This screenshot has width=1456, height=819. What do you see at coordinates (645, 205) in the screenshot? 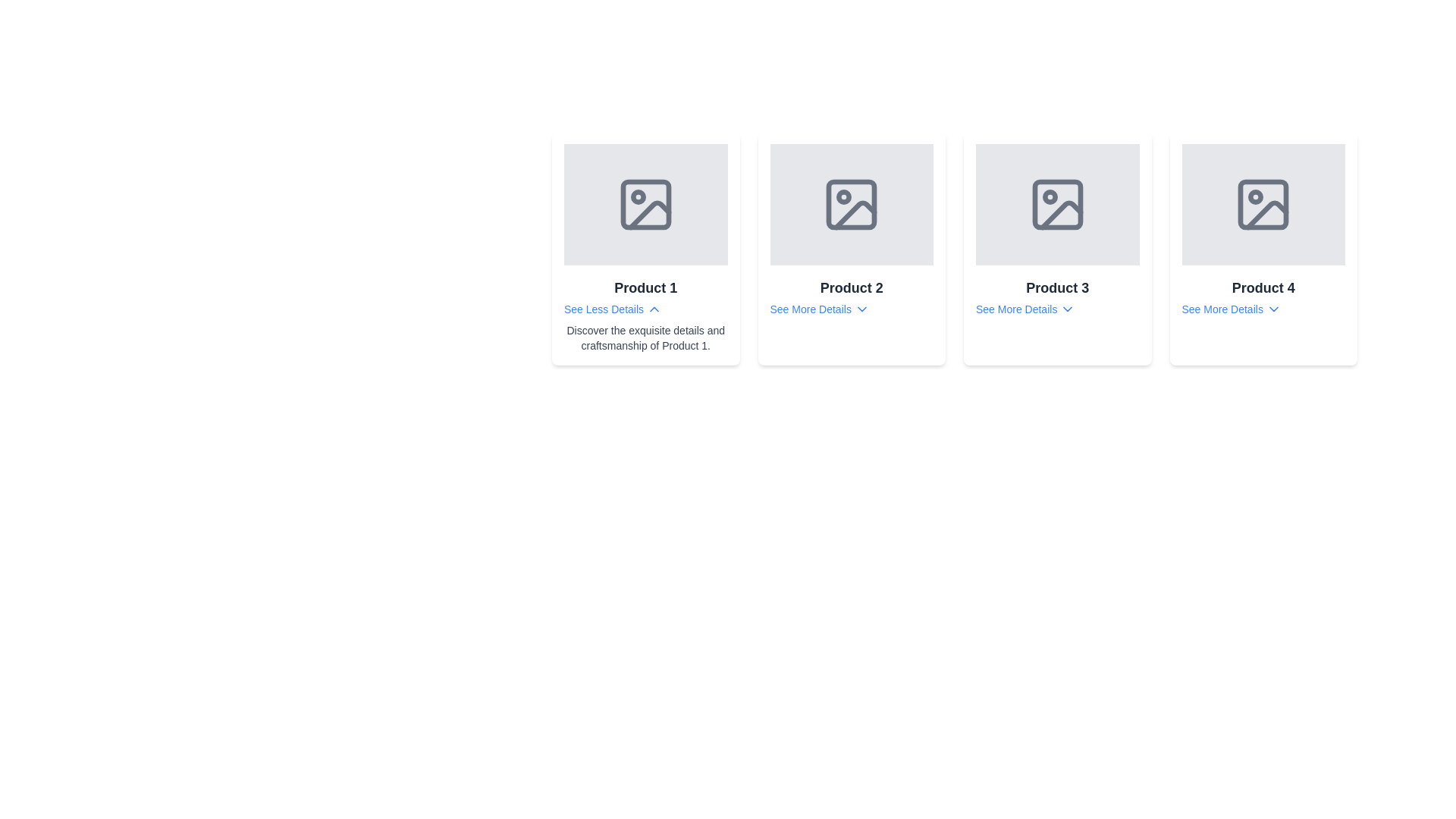
I see `the Image Placeholder located at the top section of the 'Product 1' card, which has a light gray background and features a dark gray stylized mountain and sun icon` at bounding box center [645, 205].